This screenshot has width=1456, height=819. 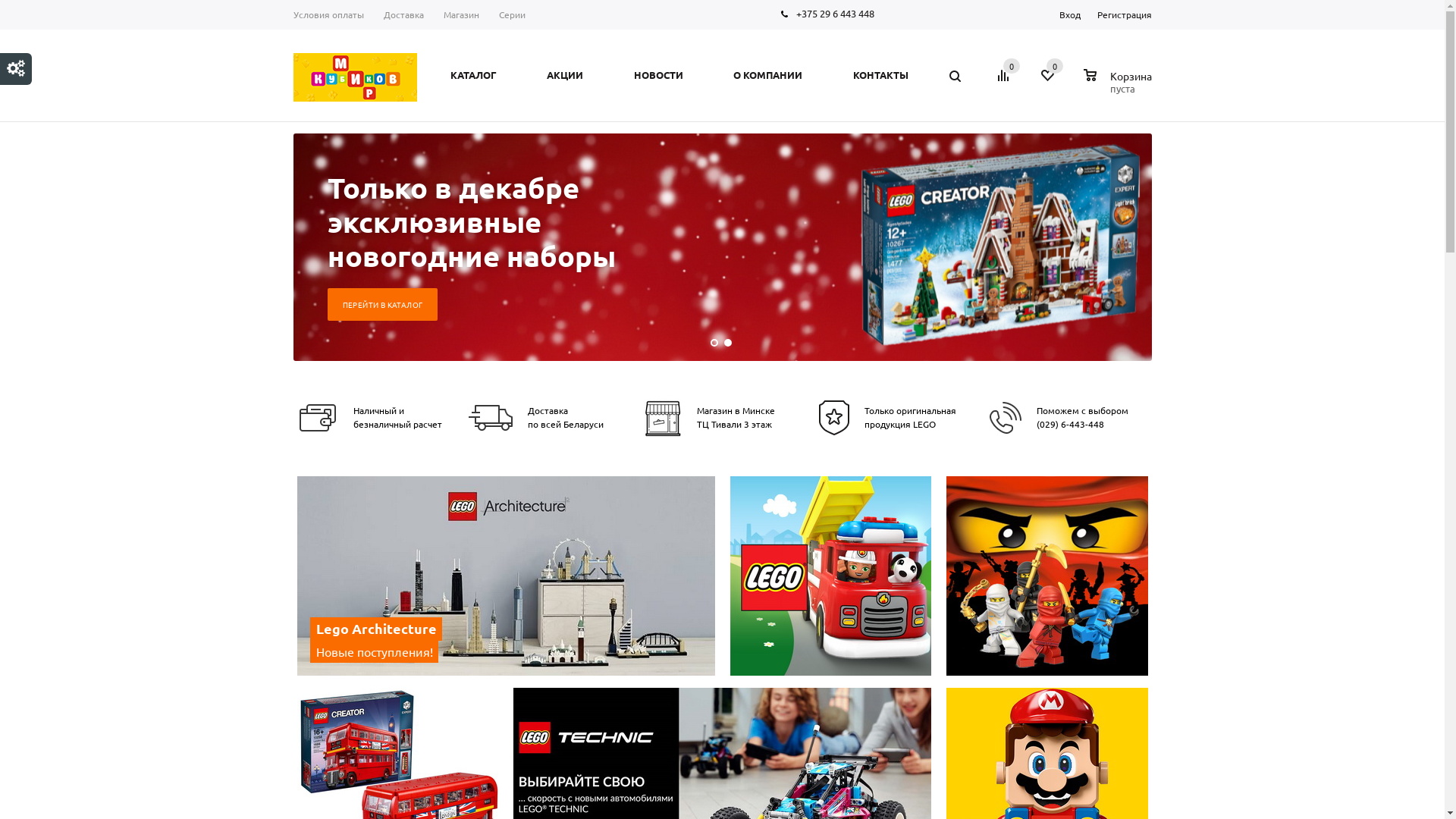 What do you see at coordinates (726, 342) in the screenshot?
I see `'2'` at bounding box center [726, 342].